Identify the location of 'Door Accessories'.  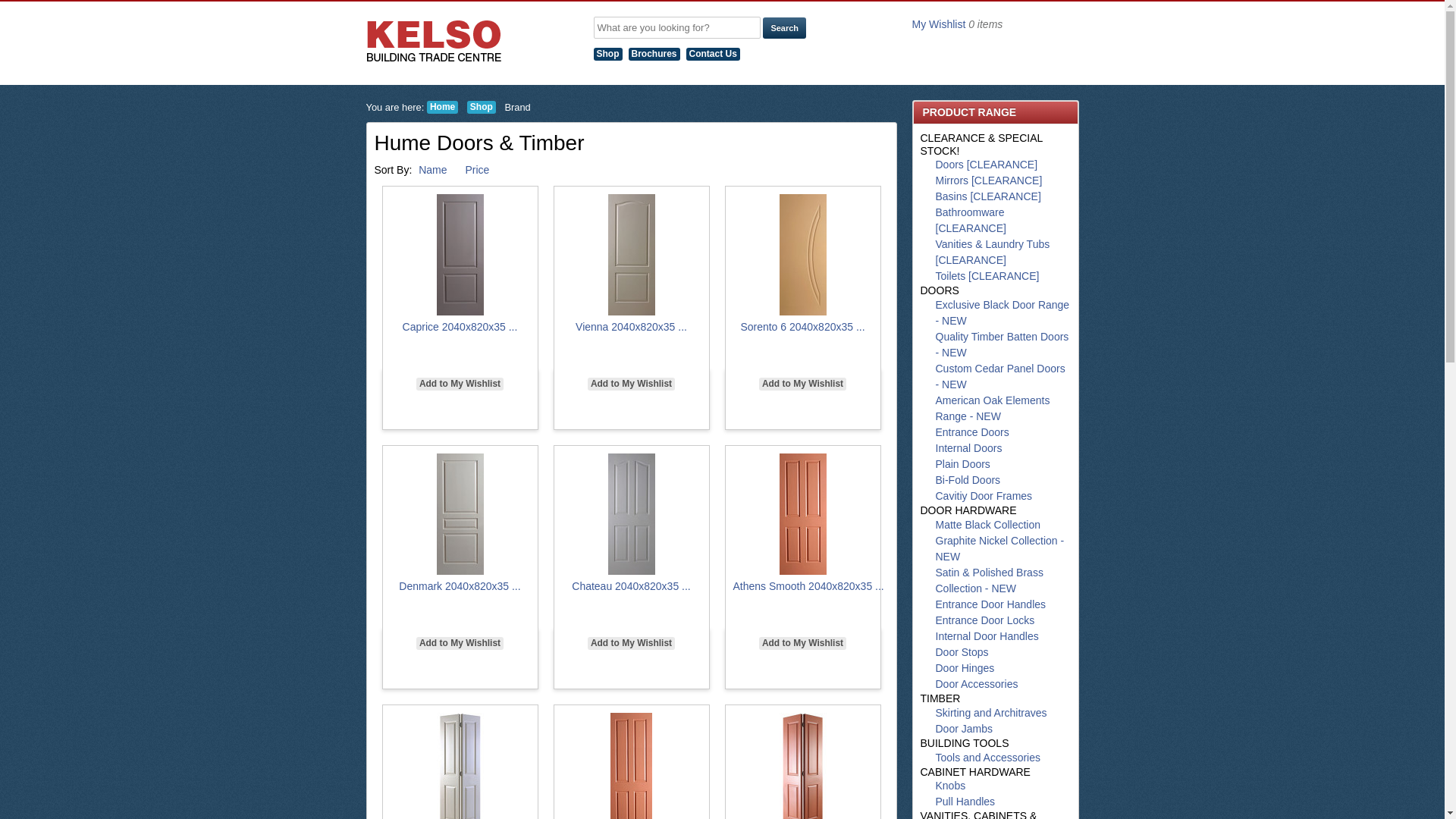
(977, 684).